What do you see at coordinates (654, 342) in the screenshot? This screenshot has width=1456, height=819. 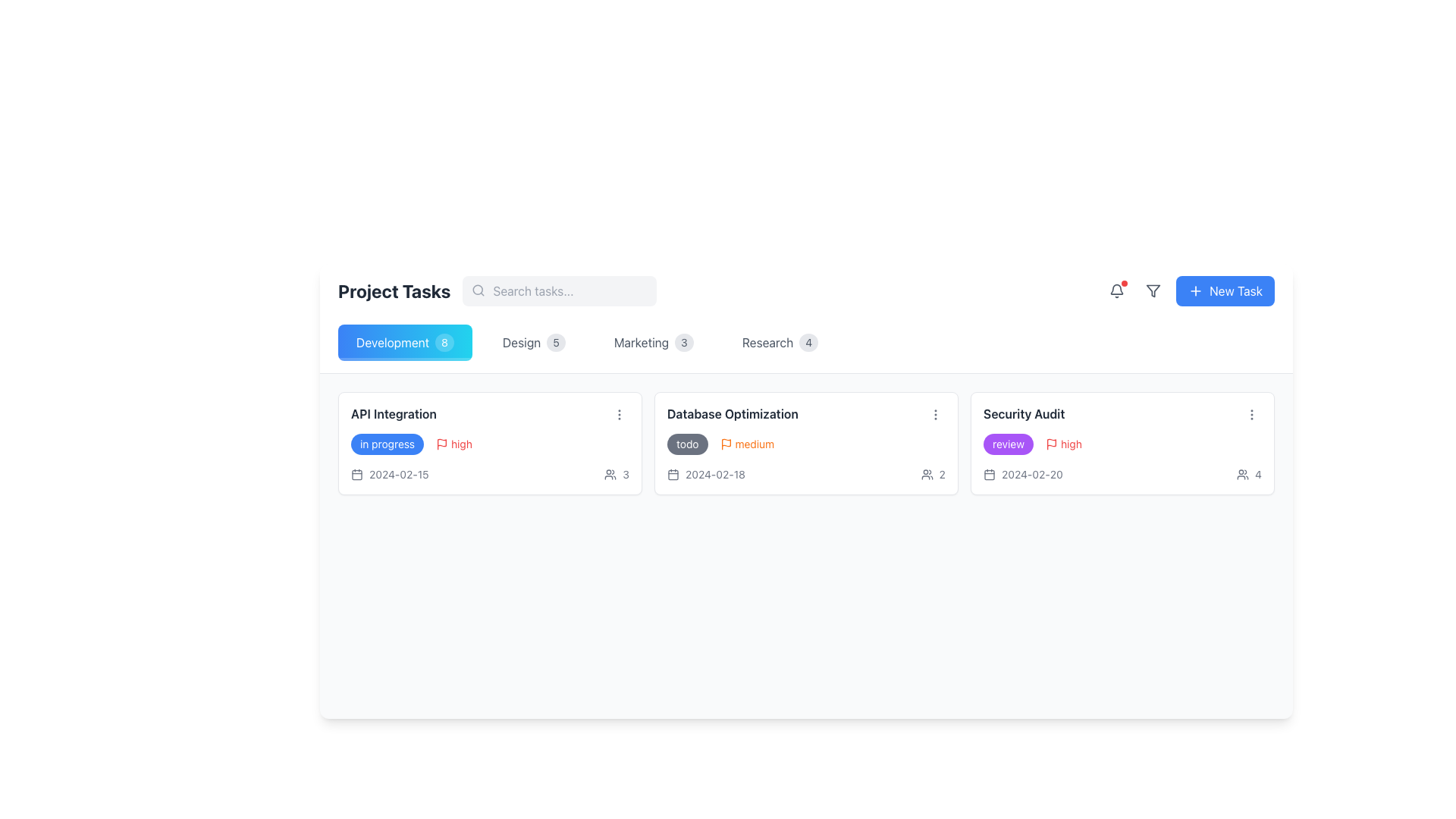 I see `the 'Marketing' Navigation Menu Item, which is the third option in the horizontal navigation menu` at bounding box center [654, 342].